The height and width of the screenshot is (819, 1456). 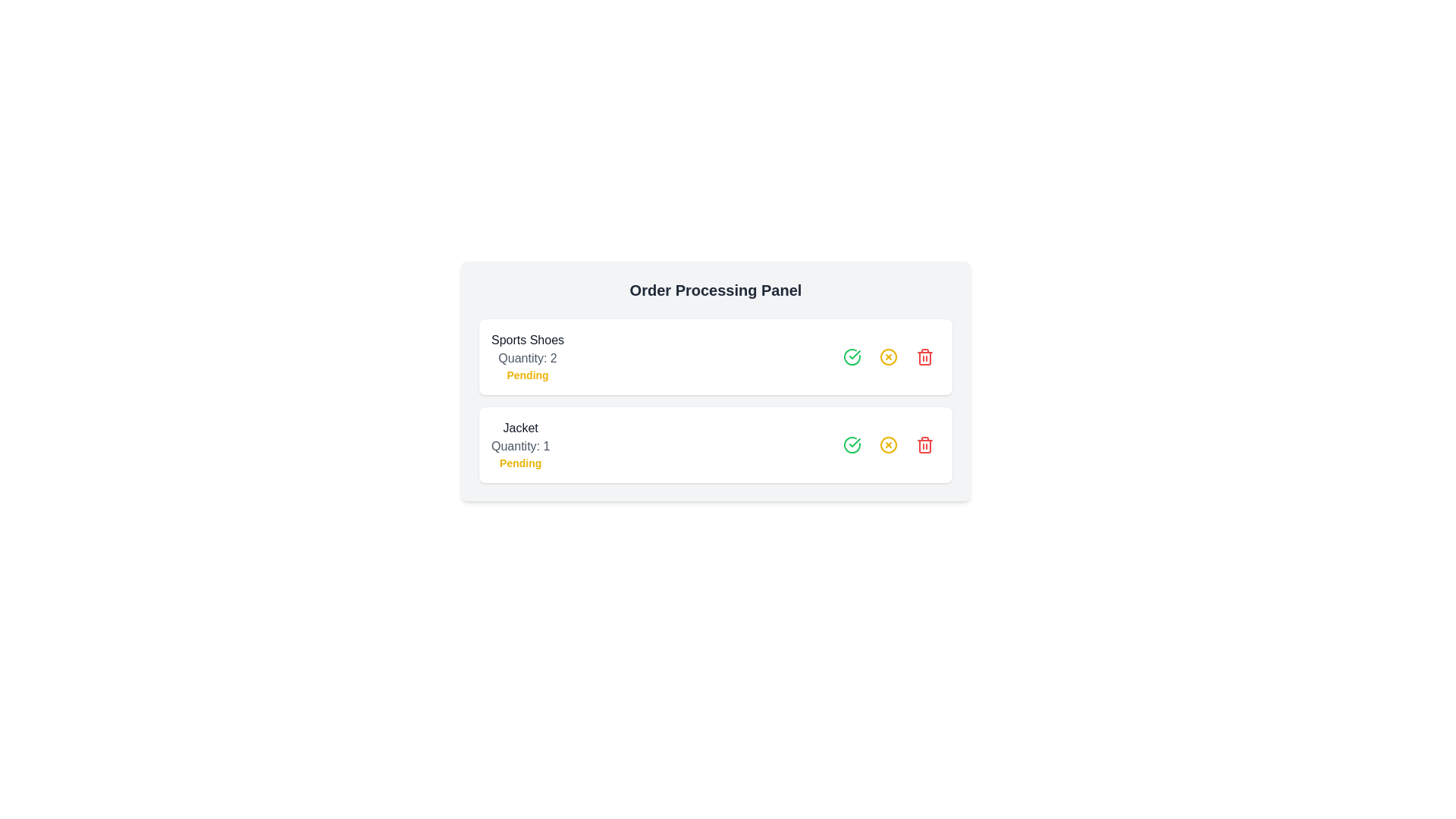 I want to click on the yellow circular button with an 'X' inside, which is the second icon in a row of three on the right side of the 'Sports Shoes' item card, so click(x=888, y=356).